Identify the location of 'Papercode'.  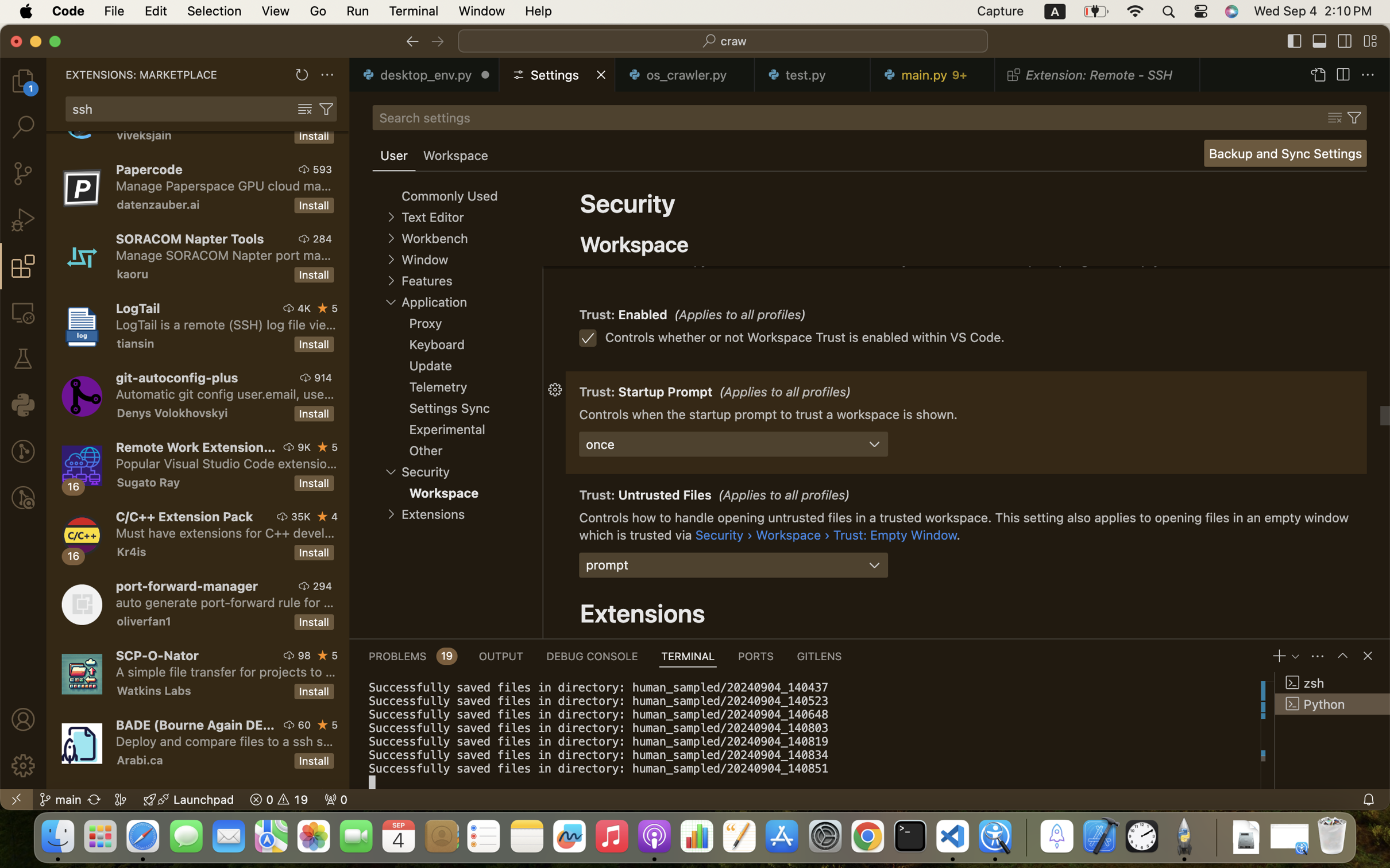
(149, 169).